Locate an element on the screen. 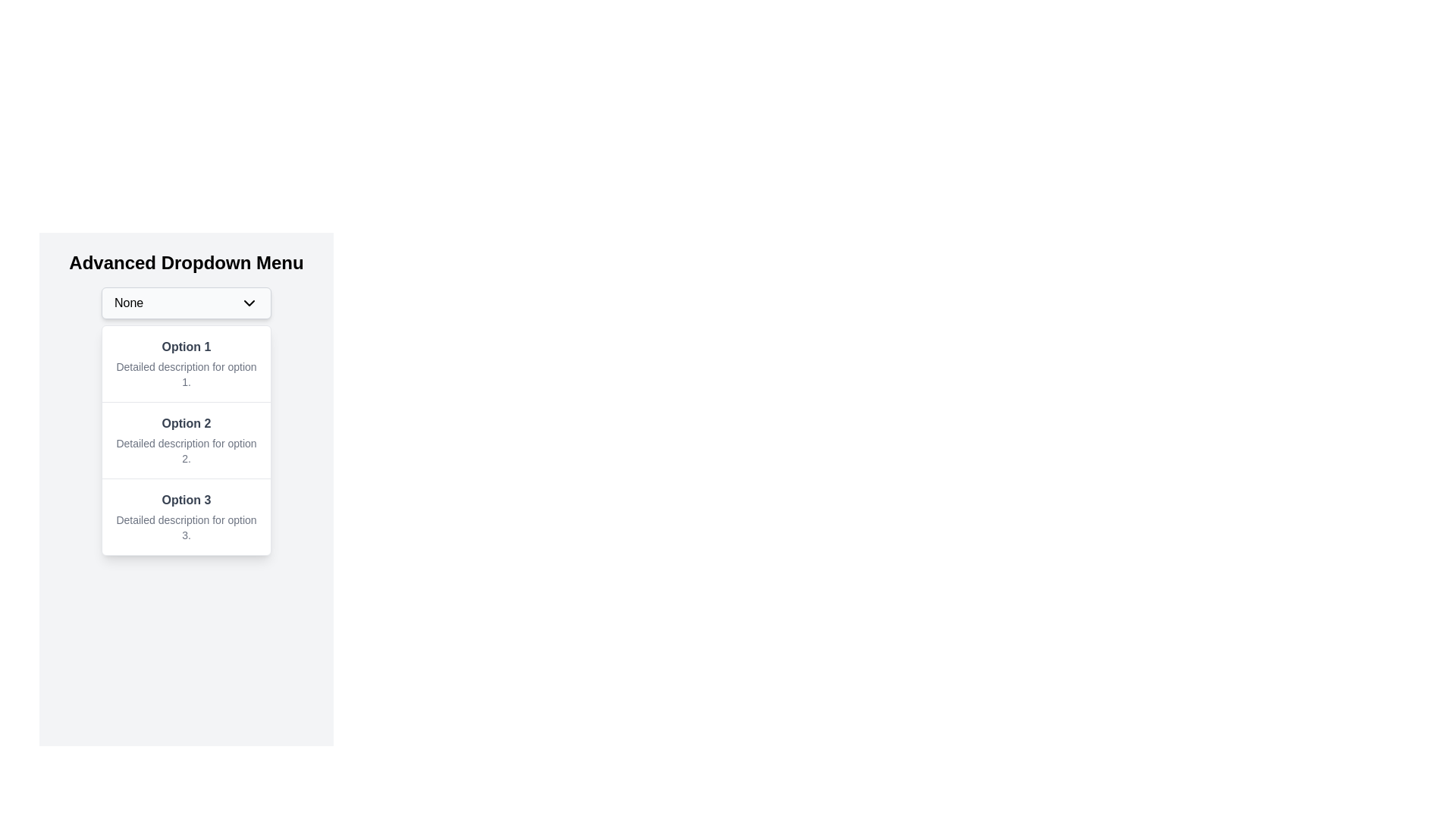  the second panel of the dropdown menu is located at coordinates (185, 441).